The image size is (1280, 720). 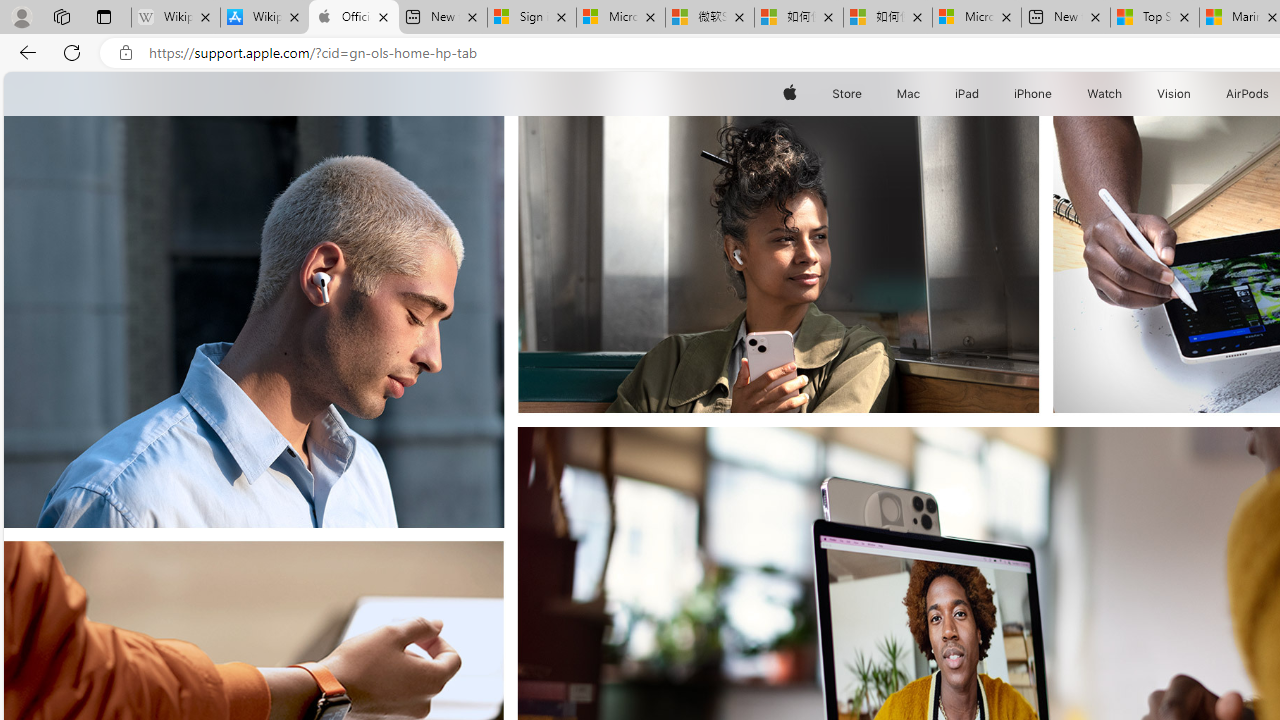 I want to click on 'iPad menu', so click(x=983, y=93).